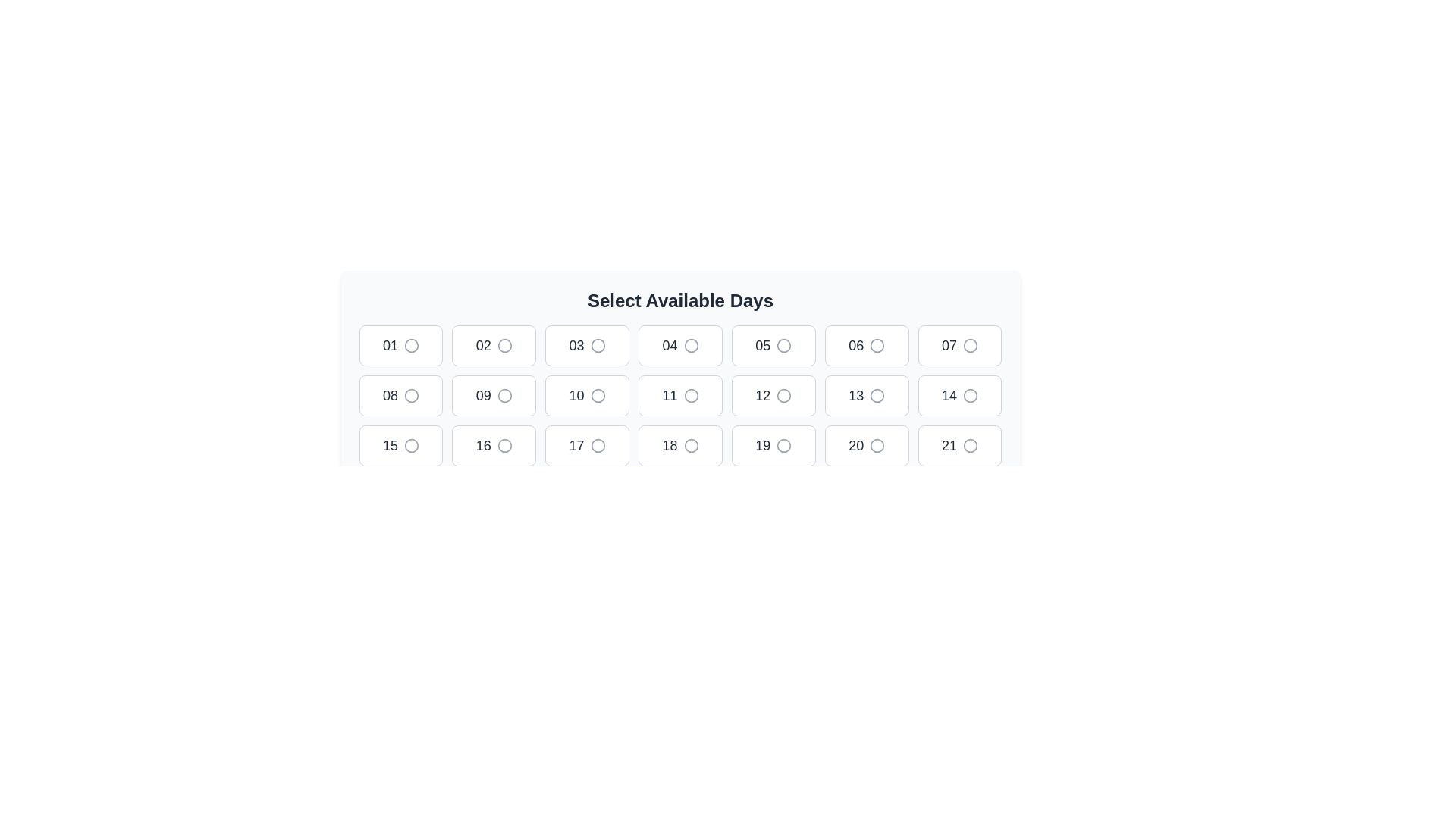  I want to click on the radio button located adjacent to the numerical text '10' in the grid layout, so click(597, 394).